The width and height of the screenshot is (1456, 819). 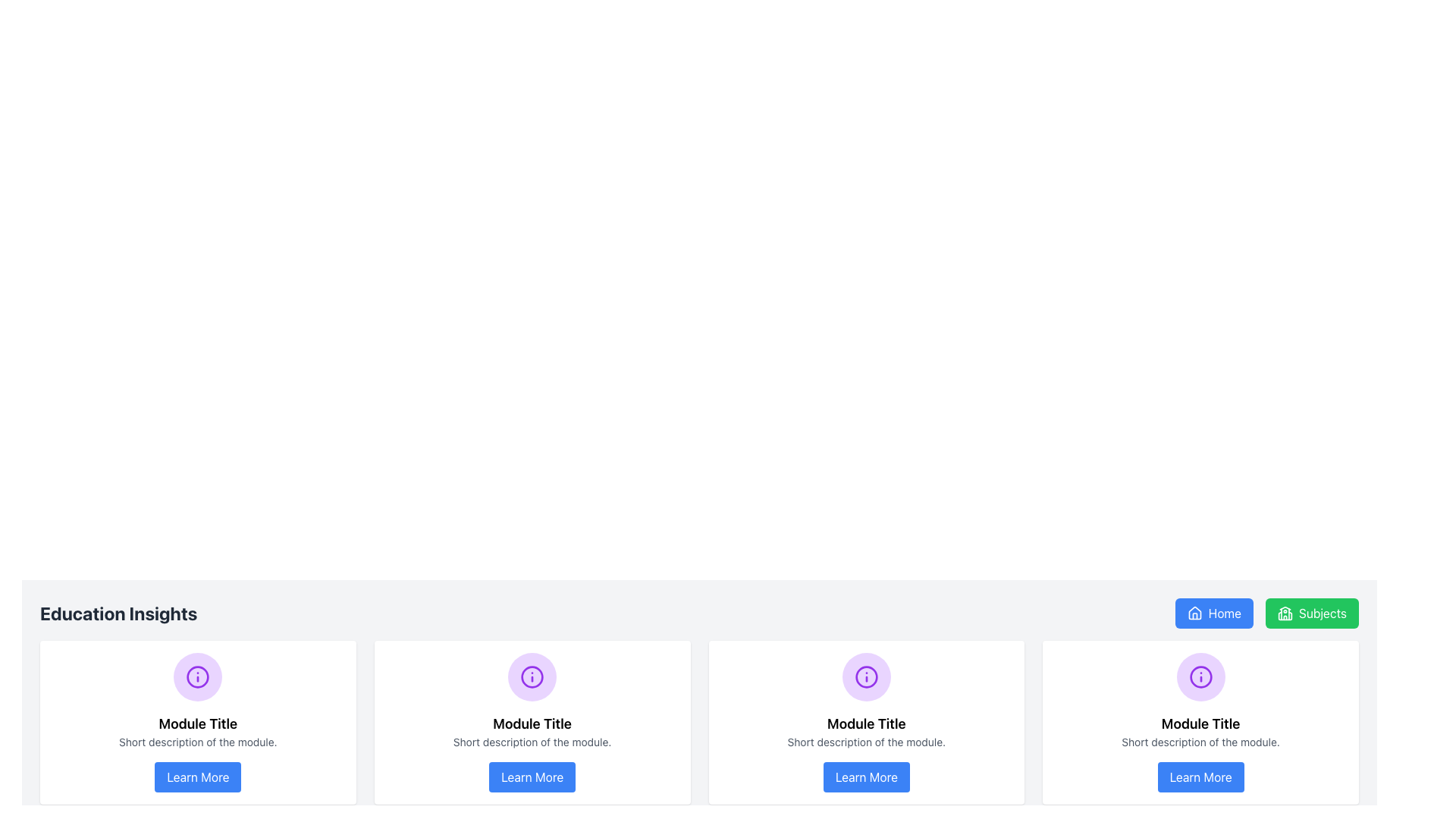 I want to click on the text label displaying 'Module Title', which is formatted in bold and positioned centrally under a purple circular icon with an information symbol, so click(x=866, y=723).